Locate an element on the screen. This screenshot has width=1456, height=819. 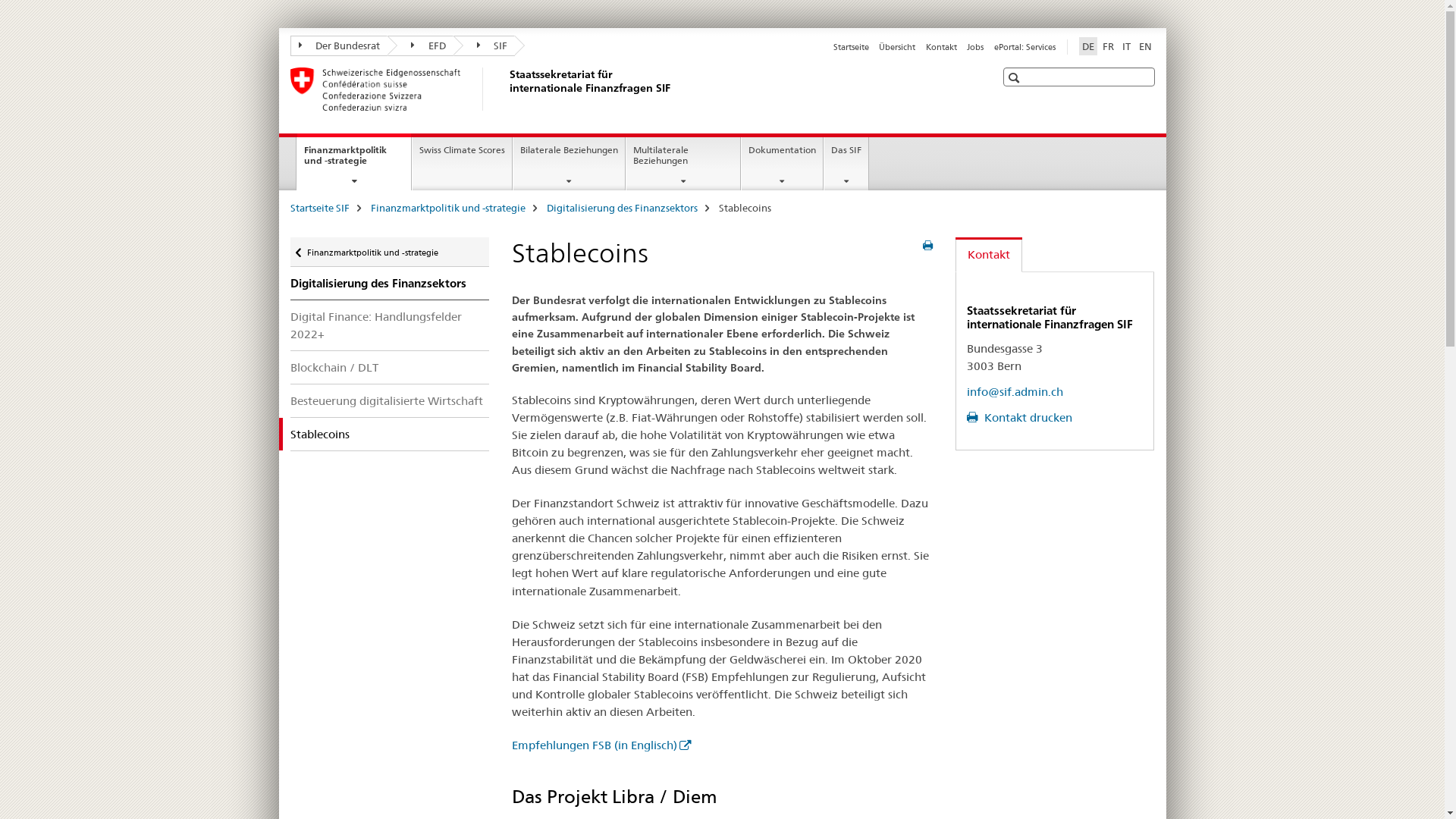
'EN' is located at coordinates (1145, 45).